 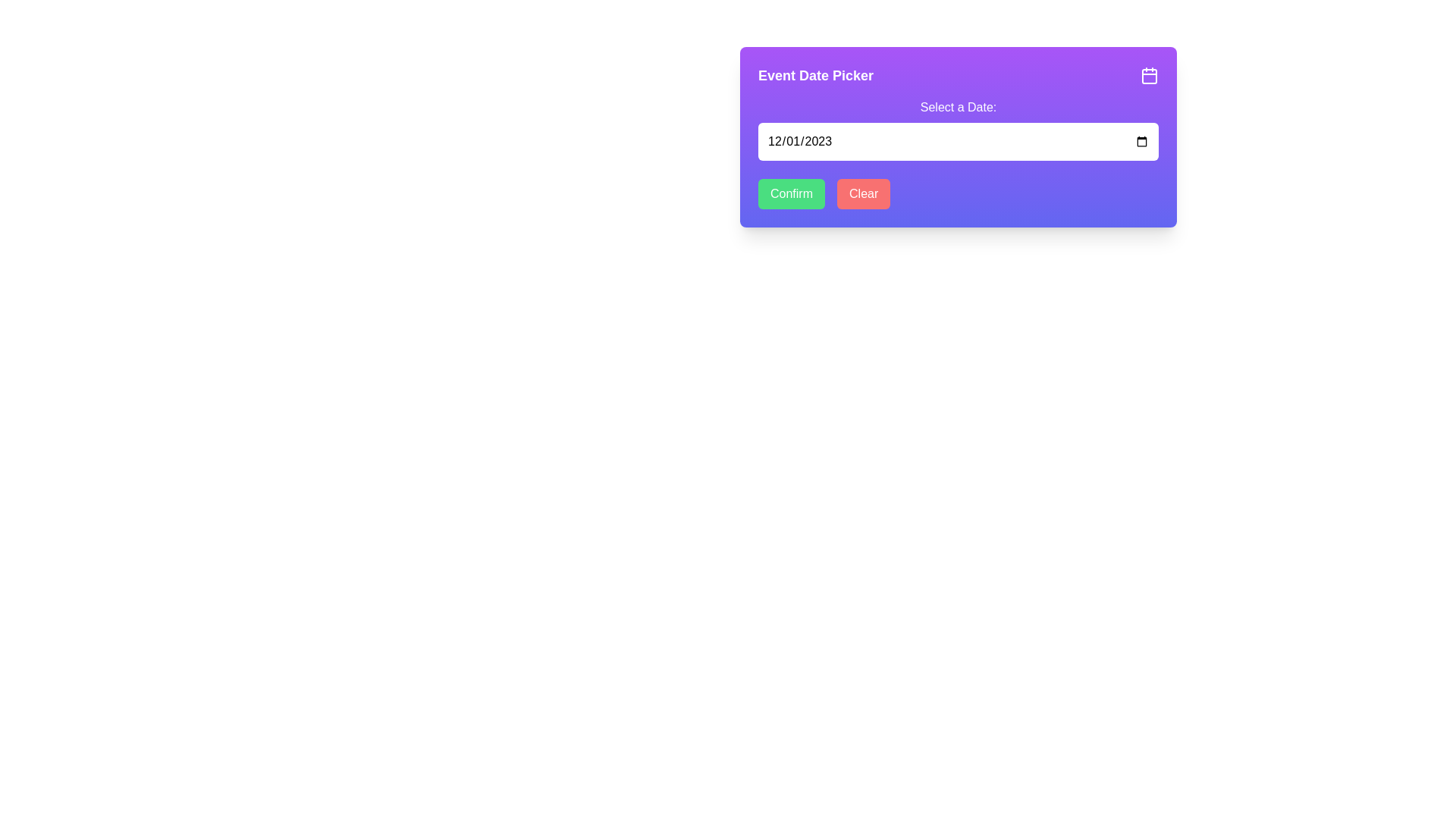 What do you see at coordinates (957, 107) in the screenshot?
I see `text of the Label that informs users about the date input field located below it` at bounding box center [957, 107].